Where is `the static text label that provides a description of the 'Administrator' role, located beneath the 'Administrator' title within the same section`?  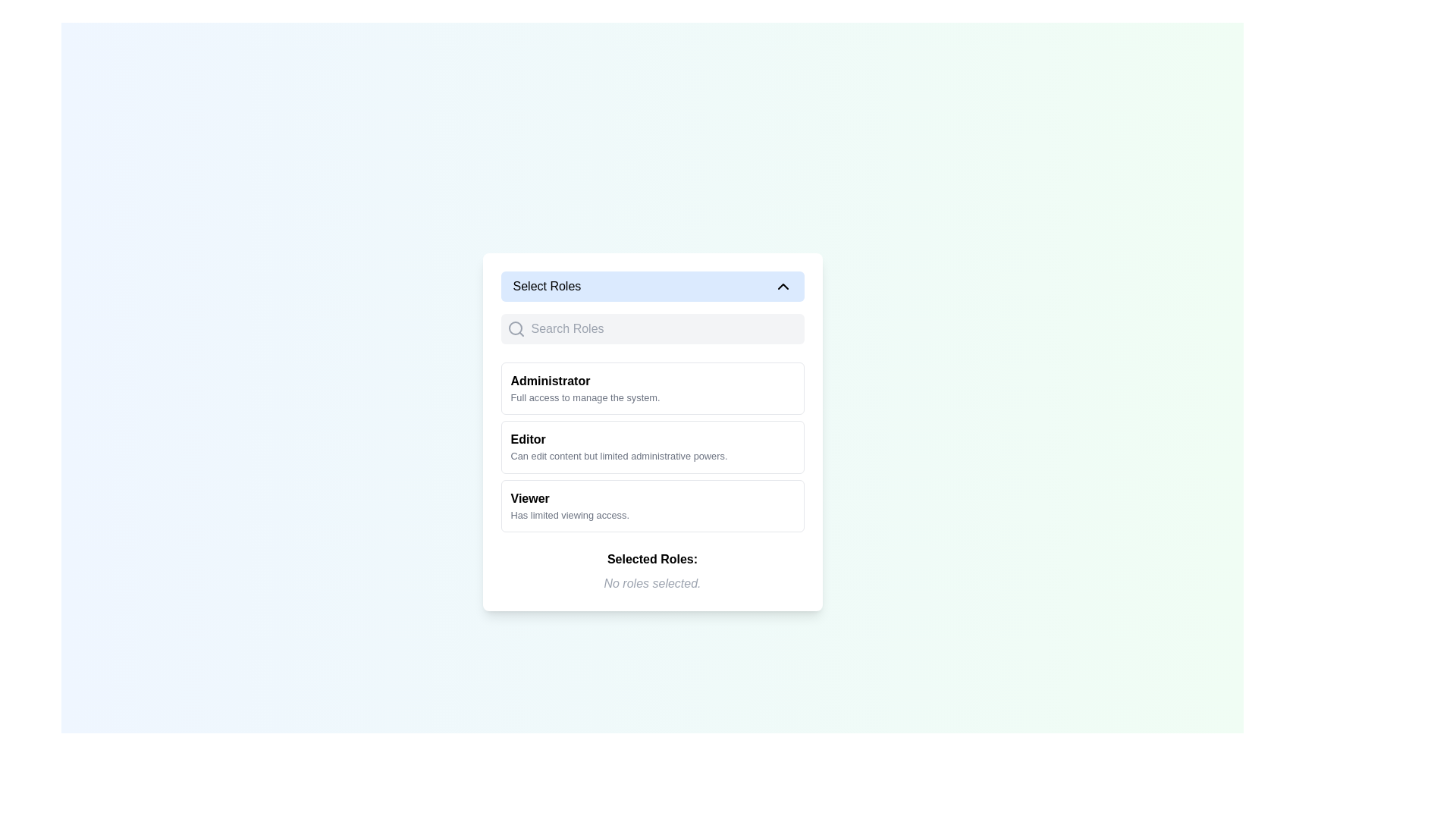 the static text label that provides a description of the 'Administrator' role, located beneath the 'Administrator' title within the same section is located at coordinates (585, 397).